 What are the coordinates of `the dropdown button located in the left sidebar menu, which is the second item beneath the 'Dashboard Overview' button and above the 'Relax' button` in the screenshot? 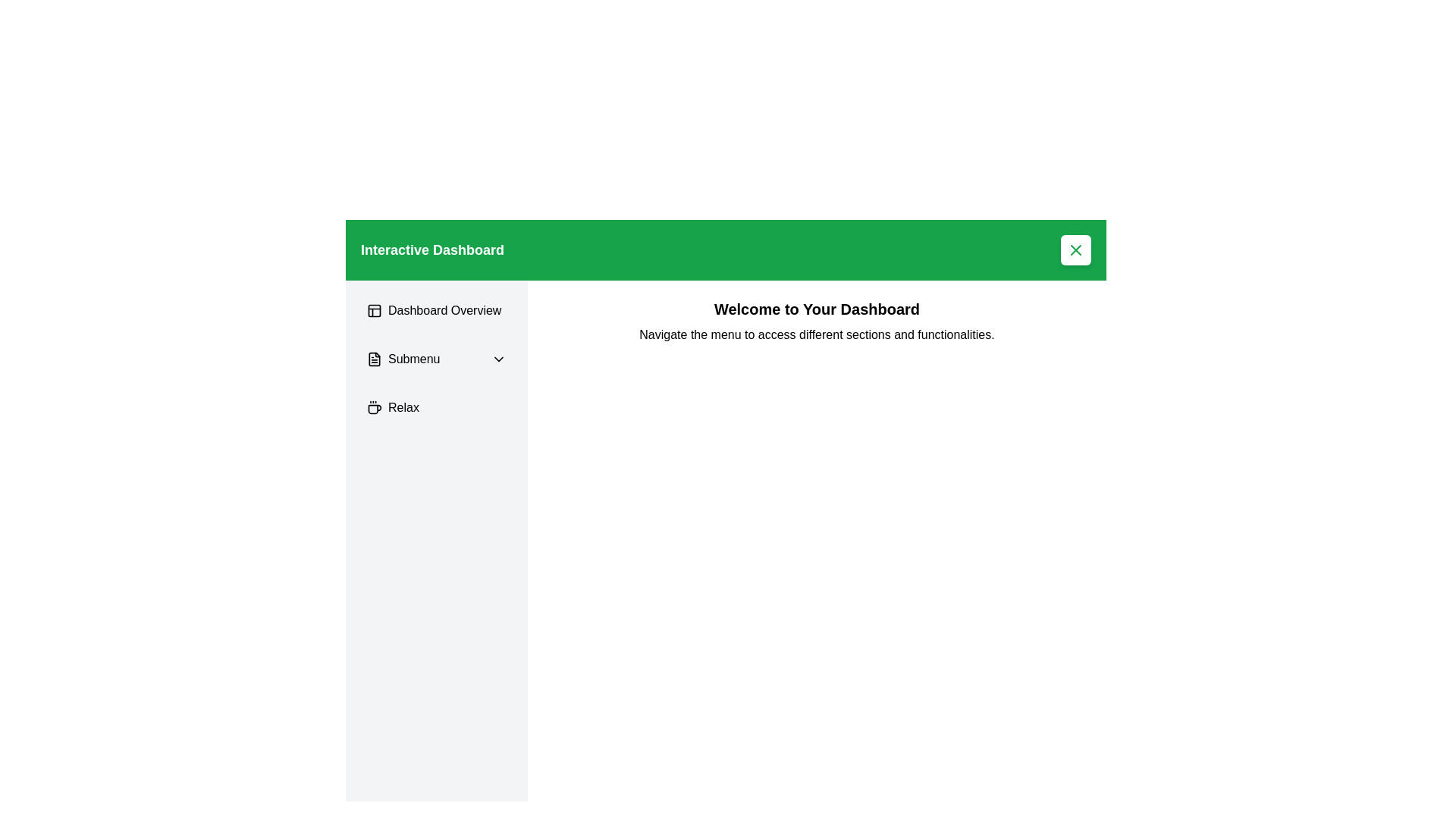 It's located at (436, 359).